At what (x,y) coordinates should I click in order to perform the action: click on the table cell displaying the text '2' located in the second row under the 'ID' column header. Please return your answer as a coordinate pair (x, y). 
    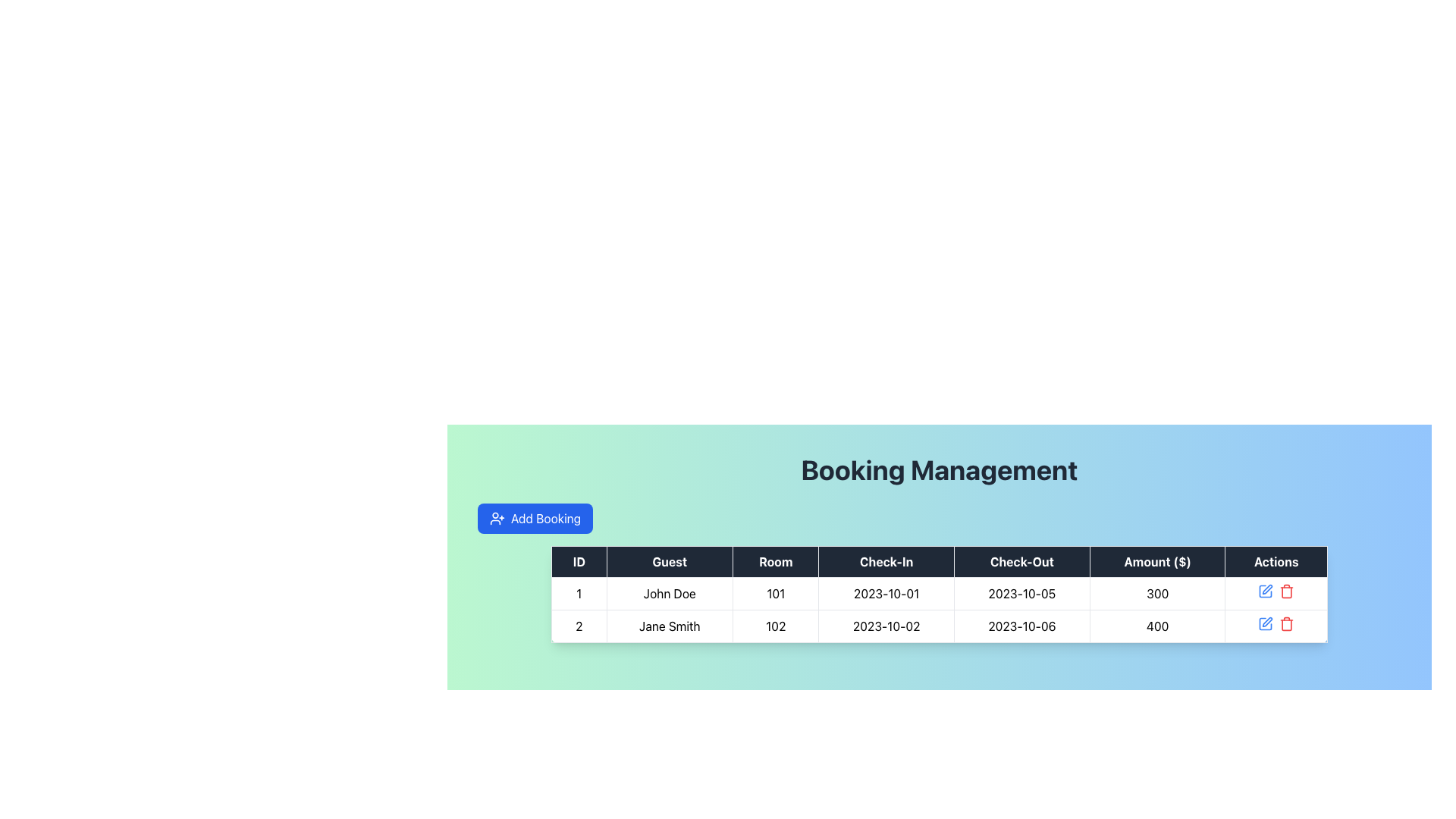
    Looking at the image, I should click on (578, 626).